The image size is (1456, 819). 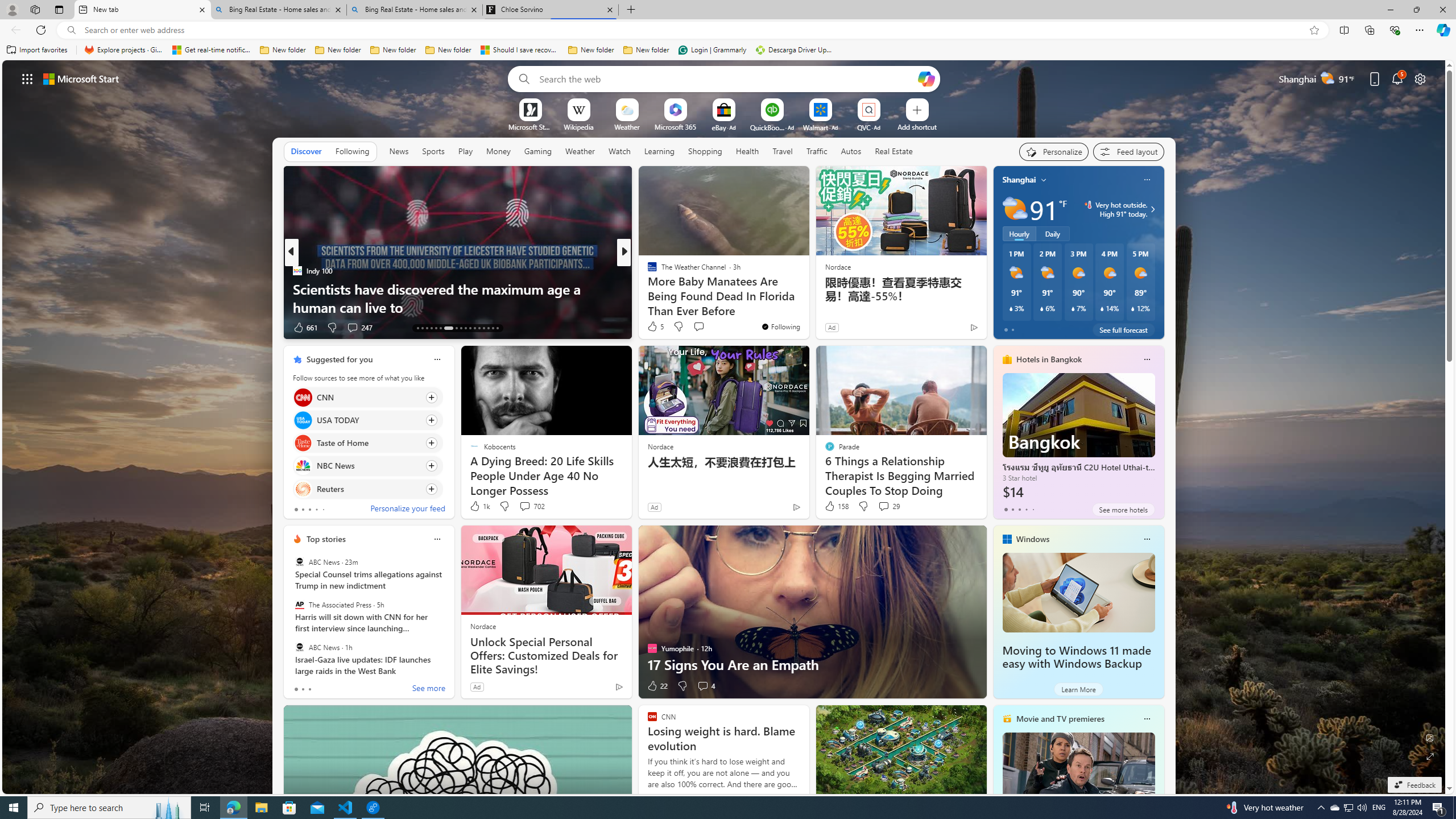 I want to click on 'View comments 19 Comment', so click(x=702, y=326).